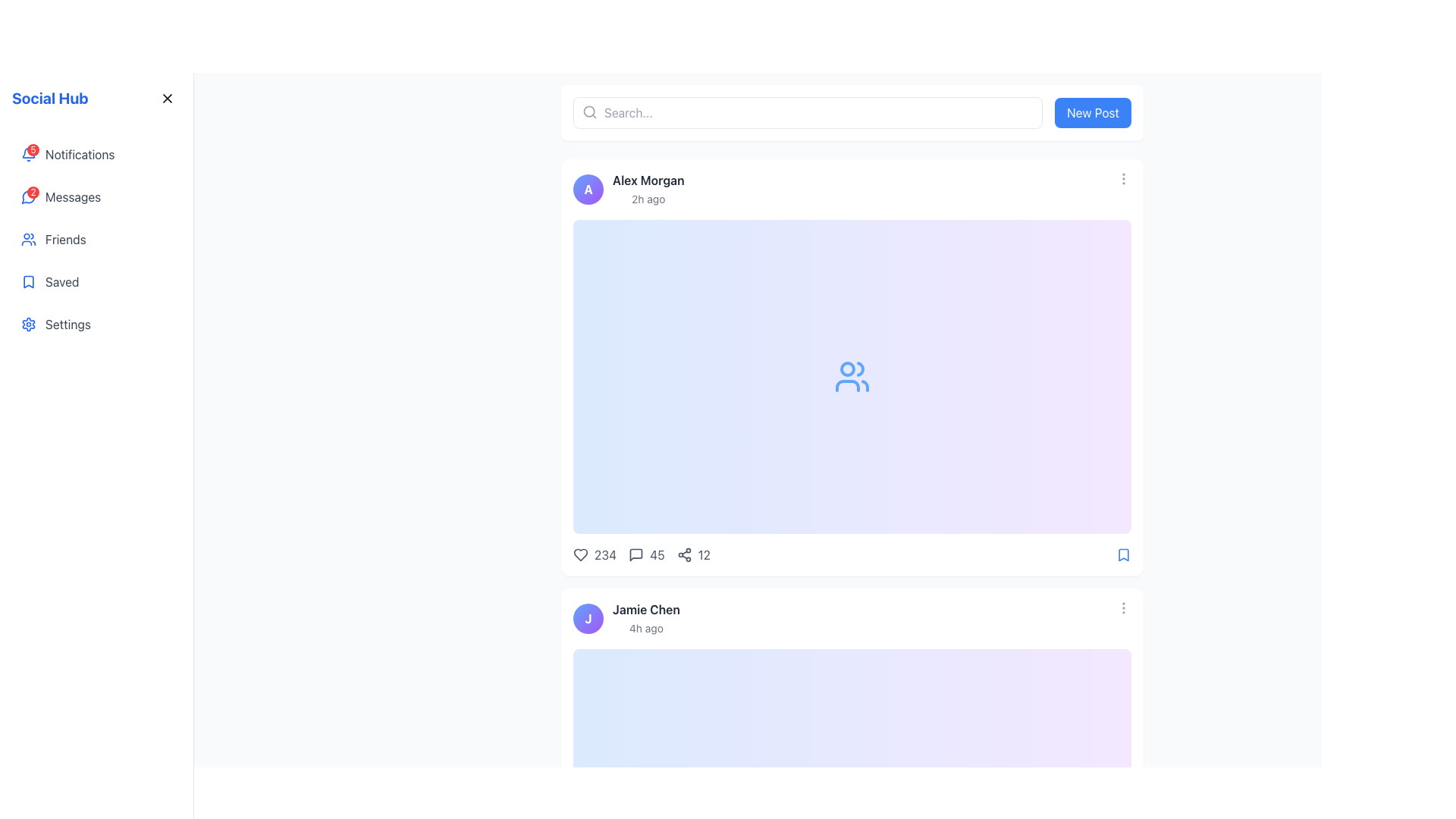 This screenshot has width=1456, height=819. I want to click on the avatar representing the user 'Jamie Chen', so click(588, 619).